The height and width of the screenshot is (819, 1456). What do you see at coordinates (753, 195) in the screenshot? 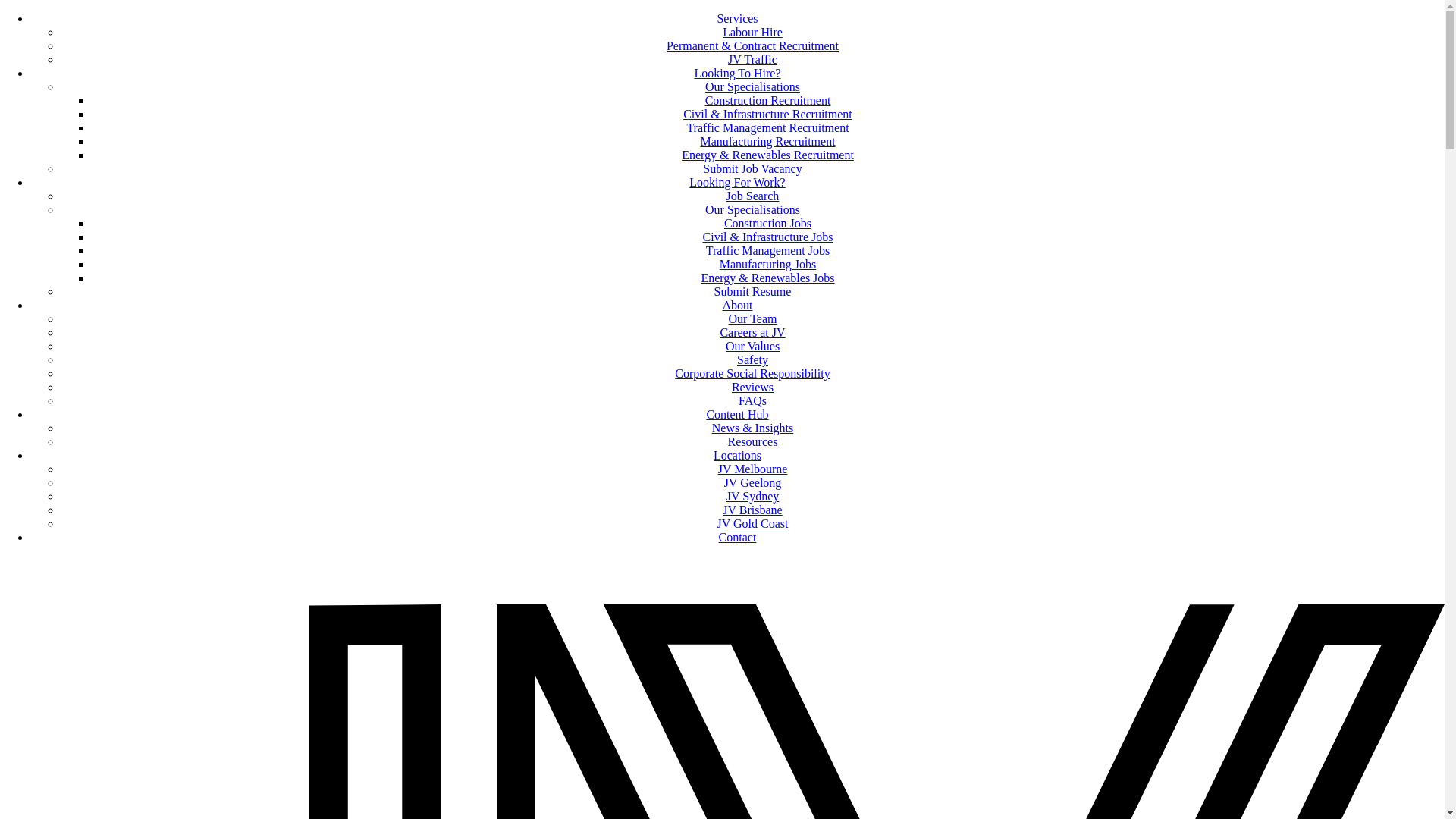
I see `'Job Search'` at bounding box center [753, 195].